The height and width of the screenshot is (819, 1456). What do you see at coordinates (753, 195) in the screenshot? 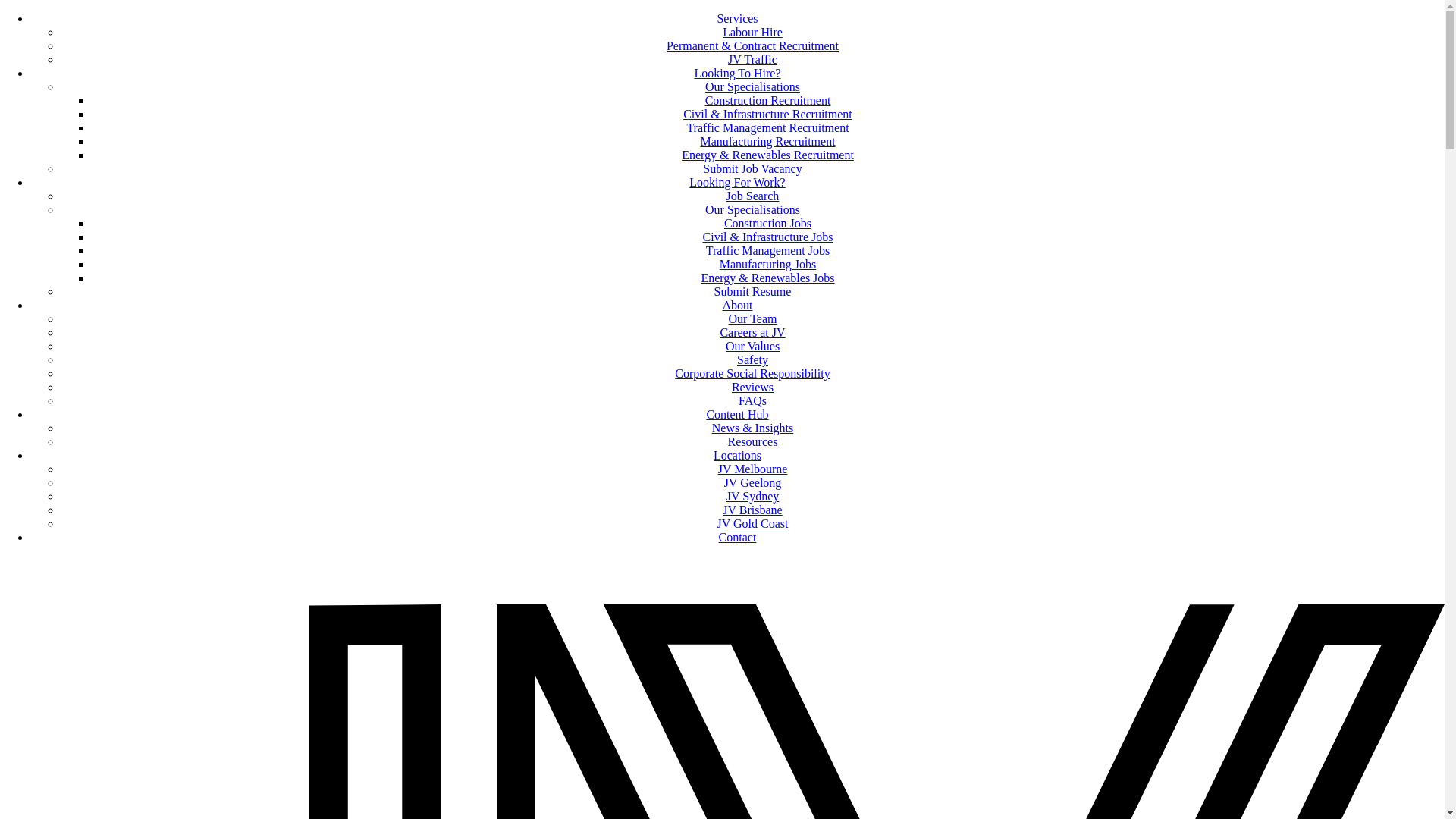
I see `'Job Search'` at bounding box center [753, 195].